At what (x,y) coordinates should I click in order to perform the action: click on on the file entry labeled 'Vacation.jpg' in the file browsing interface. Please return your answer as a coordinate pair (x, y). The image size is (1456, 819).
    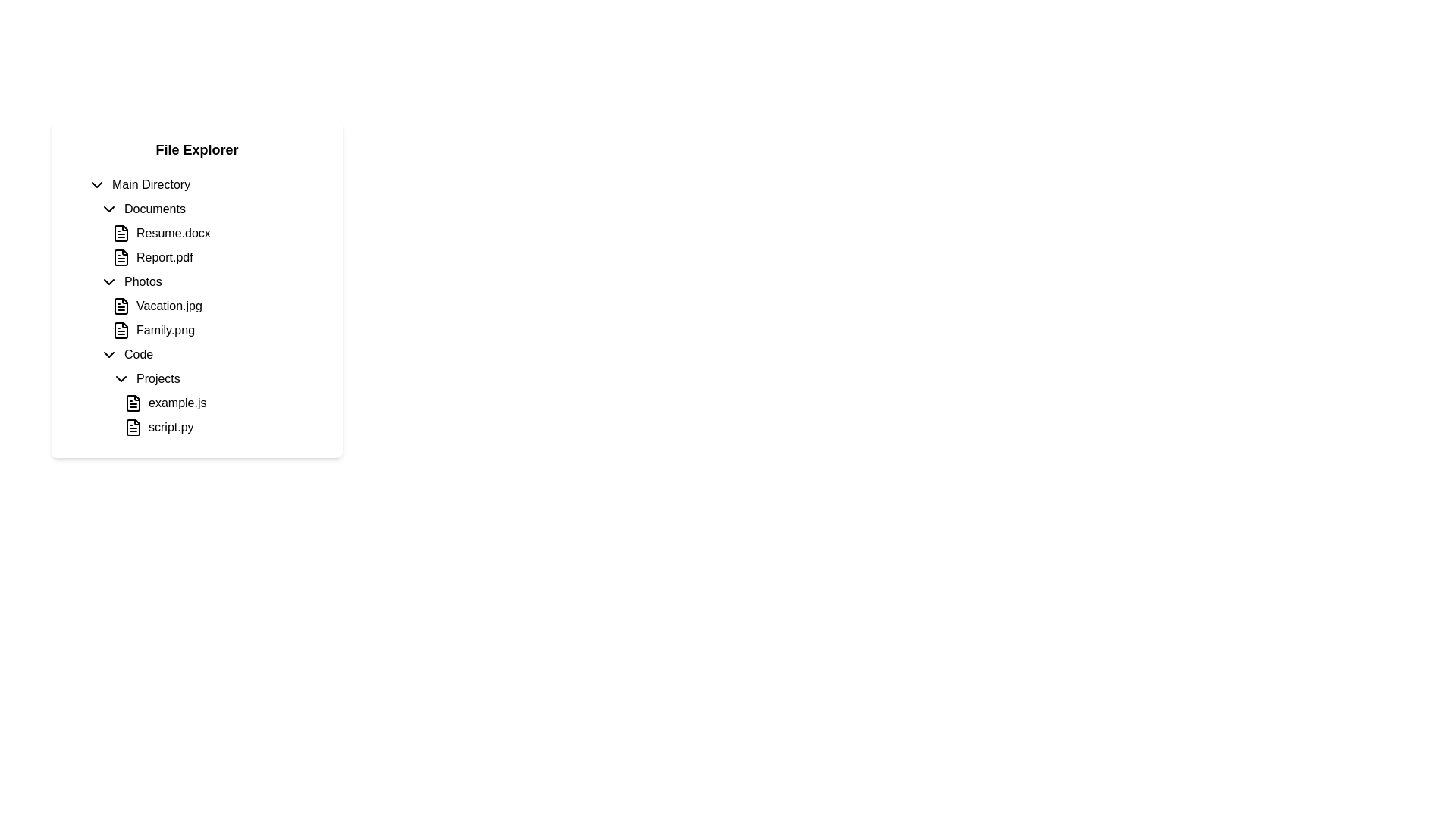
    Looking at the image, I should click on (202, 306).